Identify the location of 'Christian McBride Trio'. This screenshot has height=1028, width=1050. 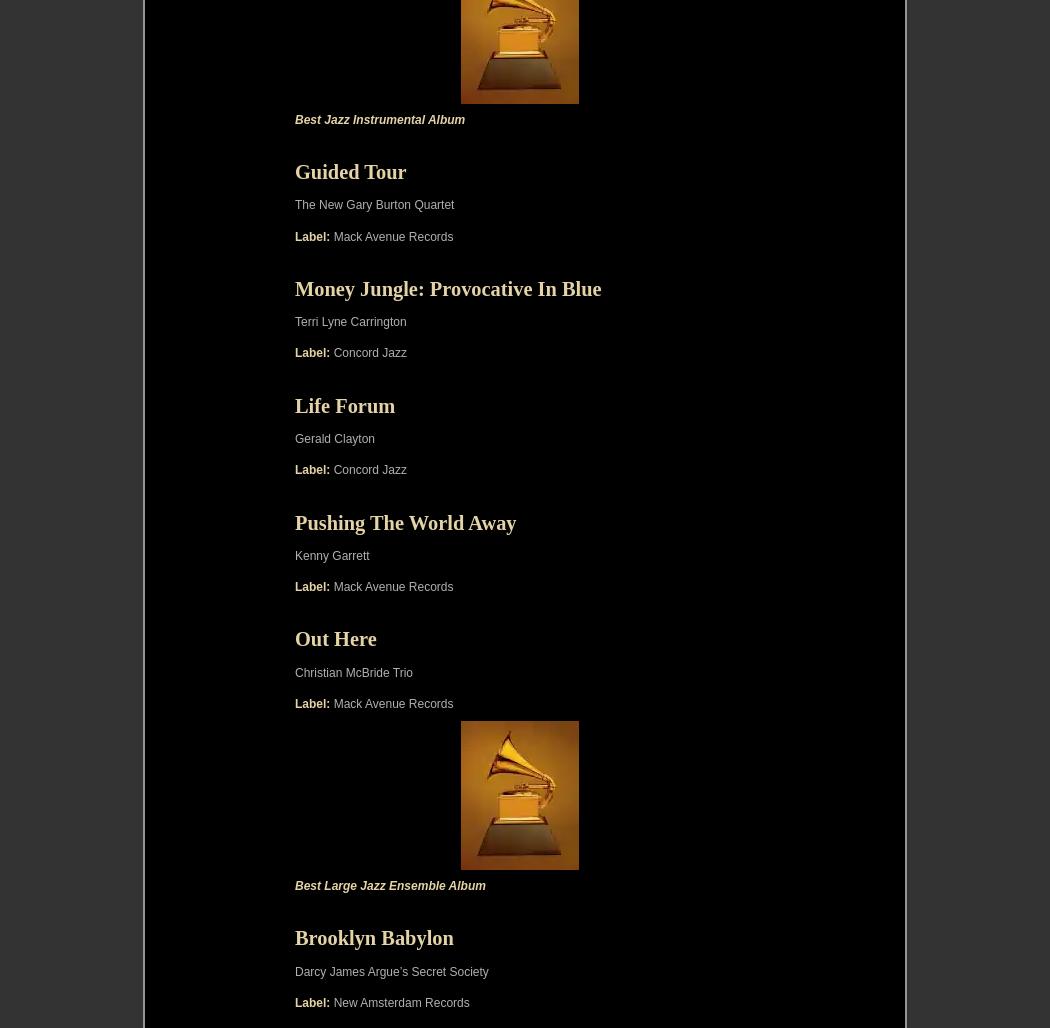
(352, 672).